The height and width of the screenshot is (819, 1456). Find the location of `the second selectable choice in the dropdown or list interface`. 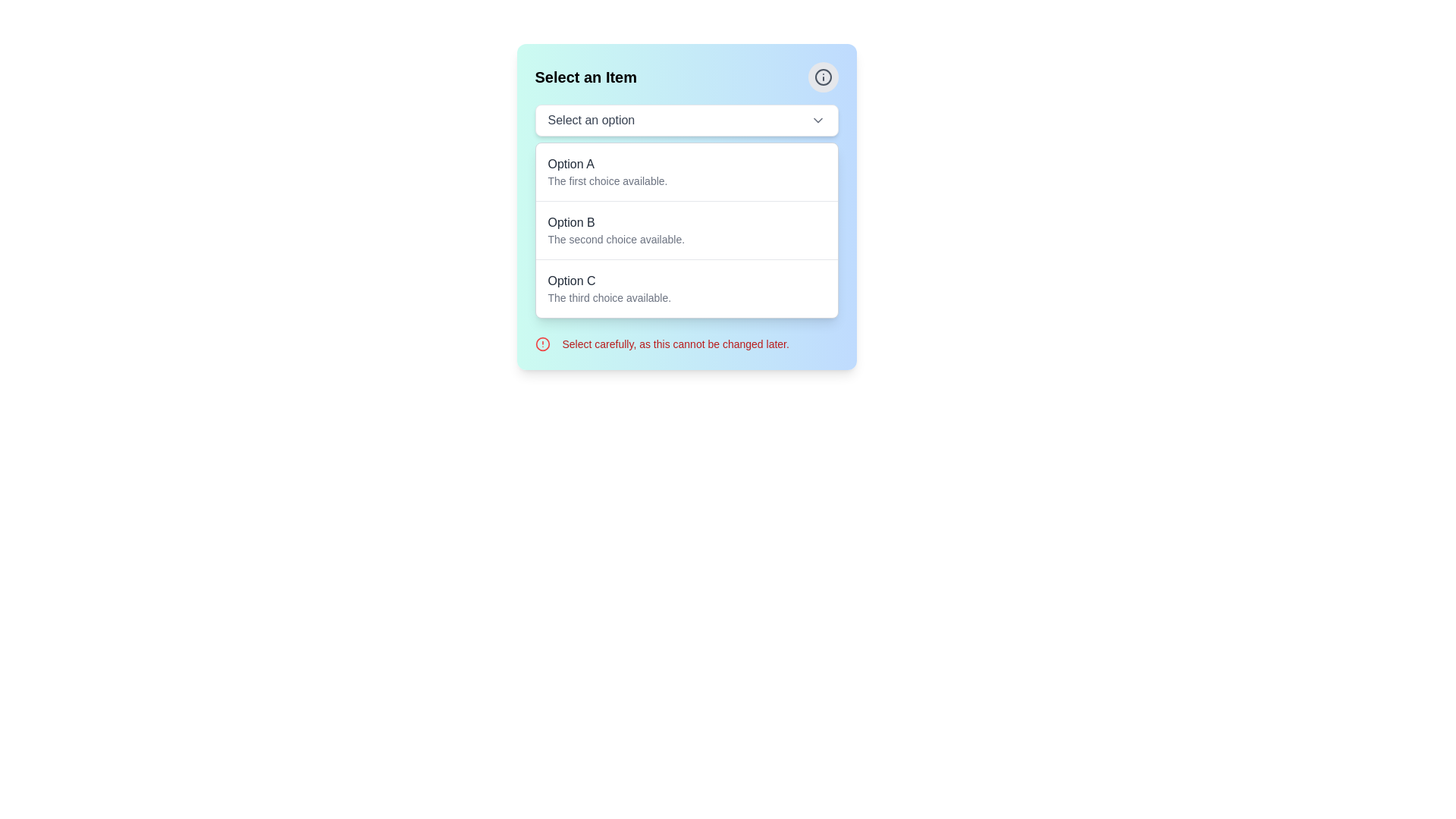

the second selectable choice in the dropdown or list interface is located at coordinates (686, 207).